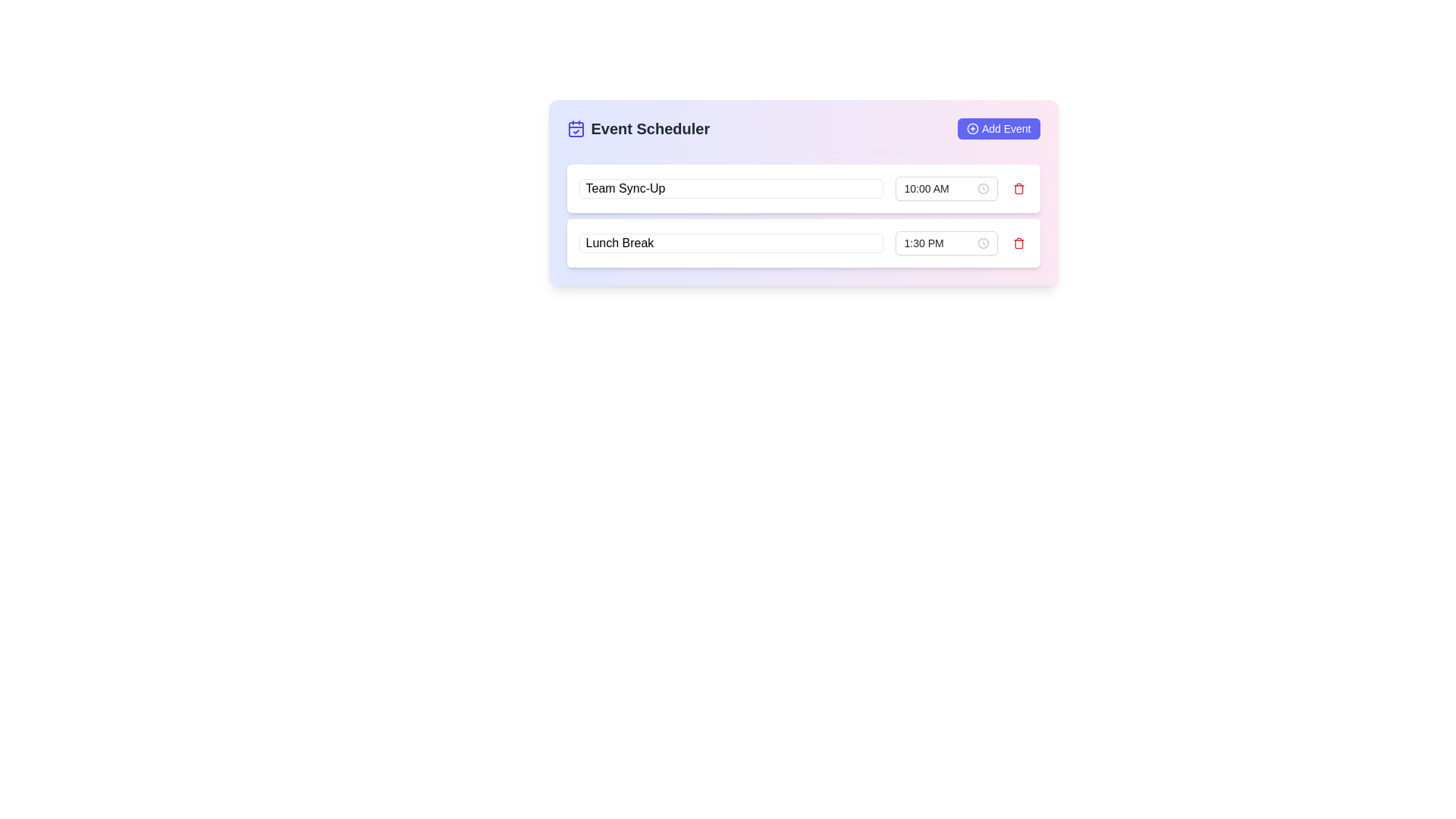 Image resolution: width=1456 pixels, height=819 pixels. What do you see at coordinates (998, 127) in the screenshot?
I see `the 'Add Event' button with a rounded indigo background and a plus icon to initiate the addition of a new event` at bounding box center [998, 127].